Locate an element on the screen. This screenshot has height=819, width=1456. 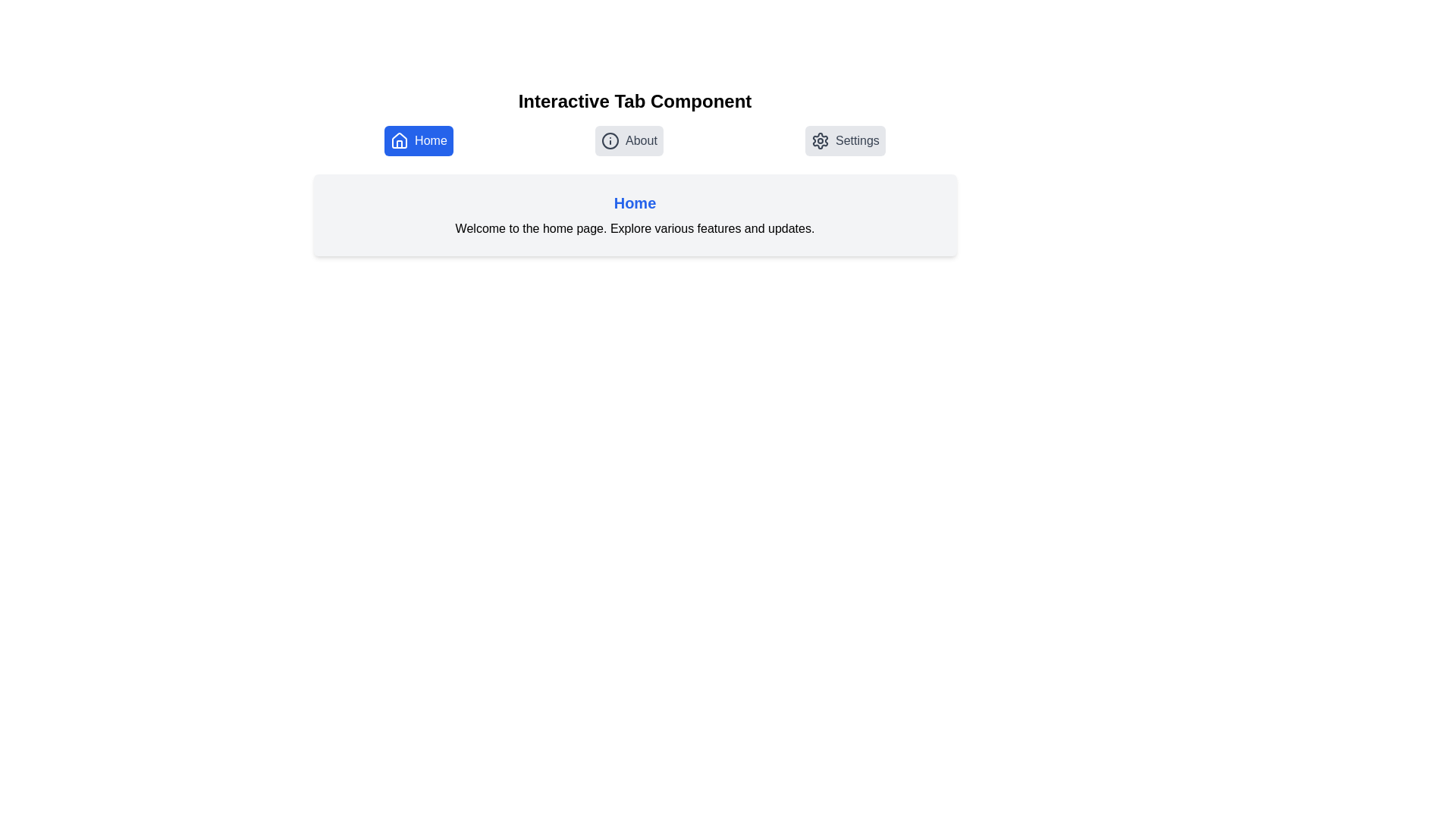
the tab icon labeled About to explore its content is located at coordinates (629, 140).